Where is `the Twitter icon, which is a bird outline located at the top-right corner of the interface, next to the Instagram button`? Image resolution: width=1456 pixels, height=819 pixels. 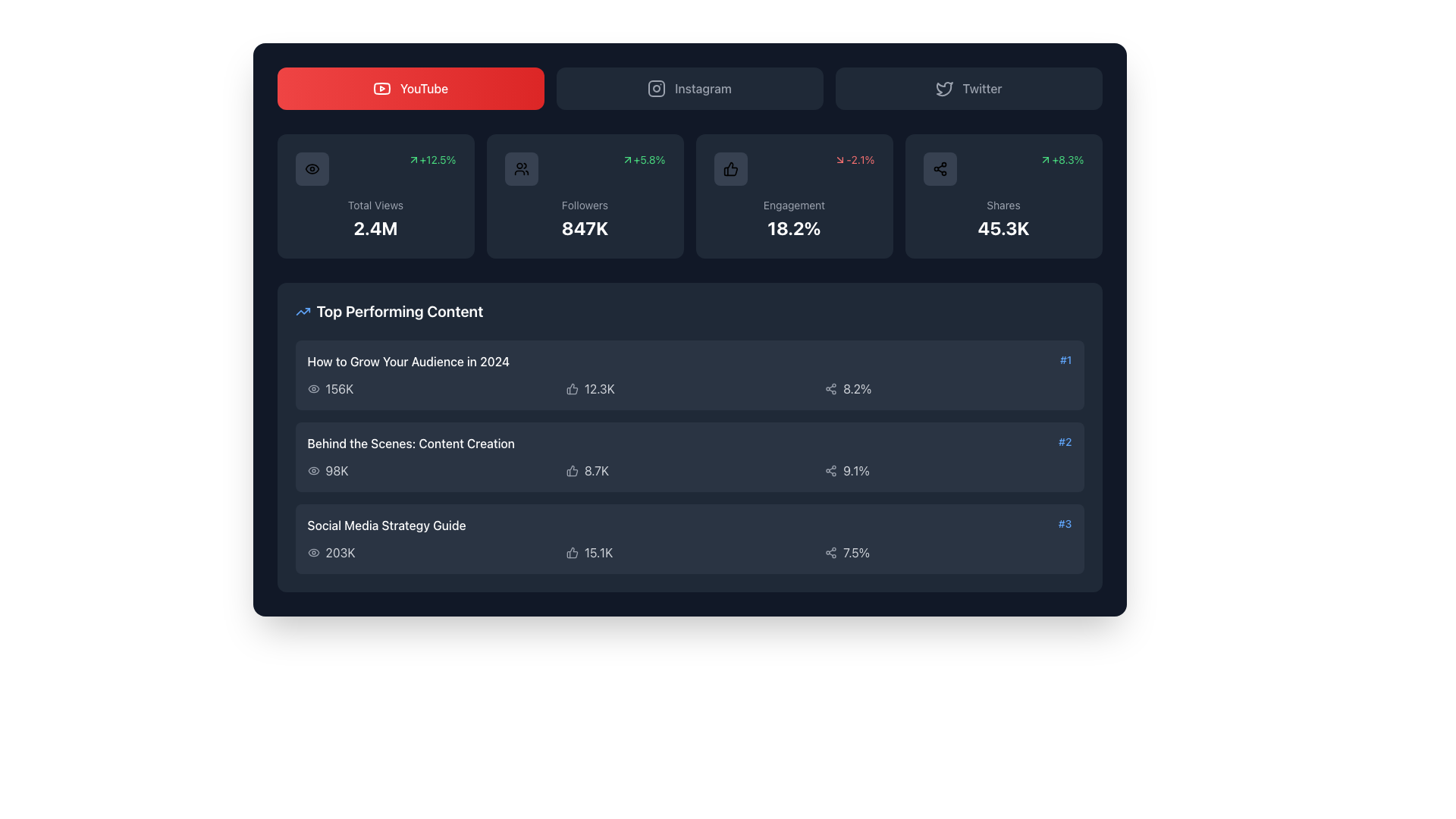
the Twitter icon, which is a bird outline located at the top-right corner of the interface, next to the Instagram button is located at coordinates (943, 88).